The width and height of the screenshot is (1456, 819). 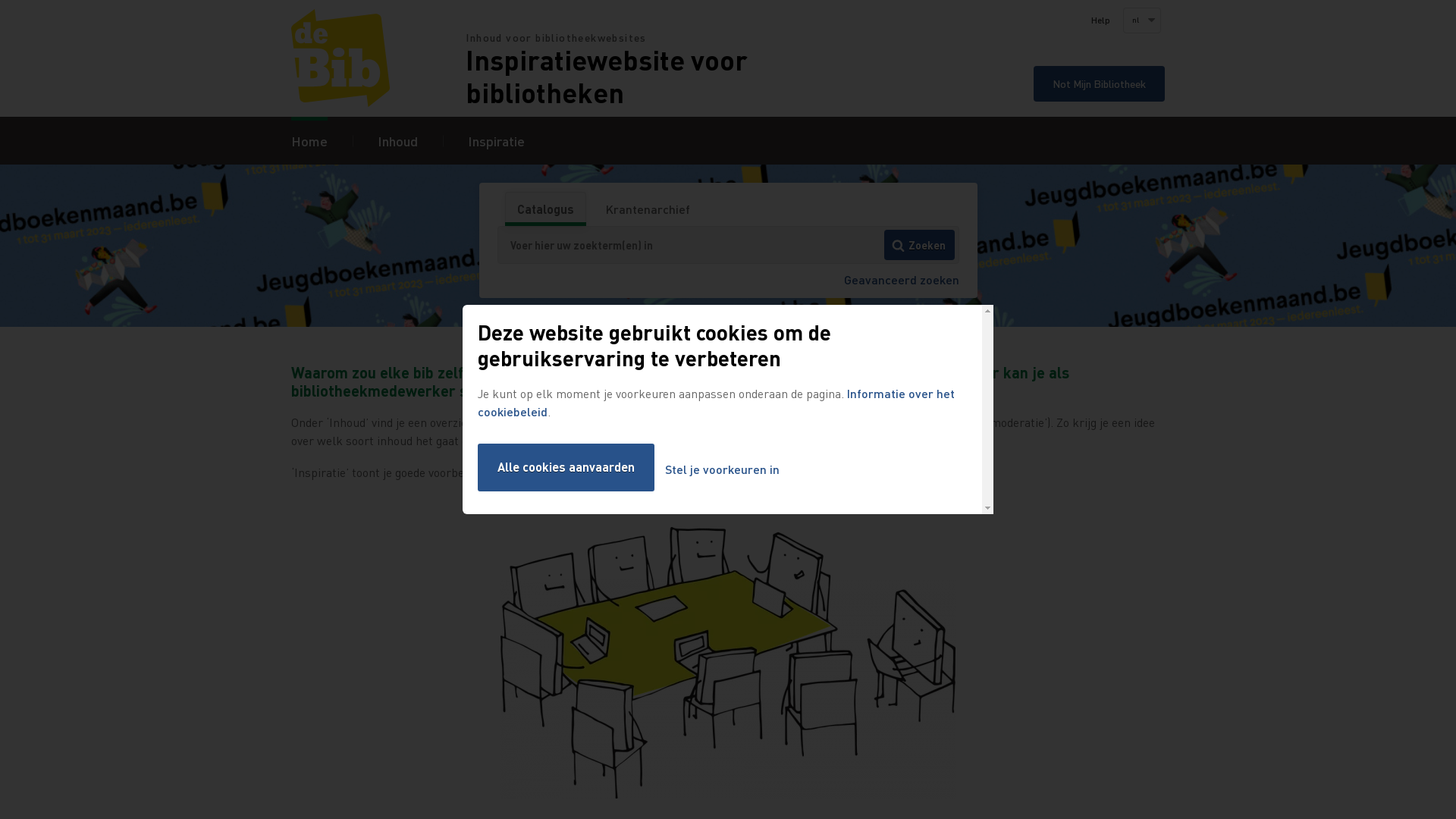 I want to click on 'Overslaan en naar zoeken gaan', so click(x=0, y=0).